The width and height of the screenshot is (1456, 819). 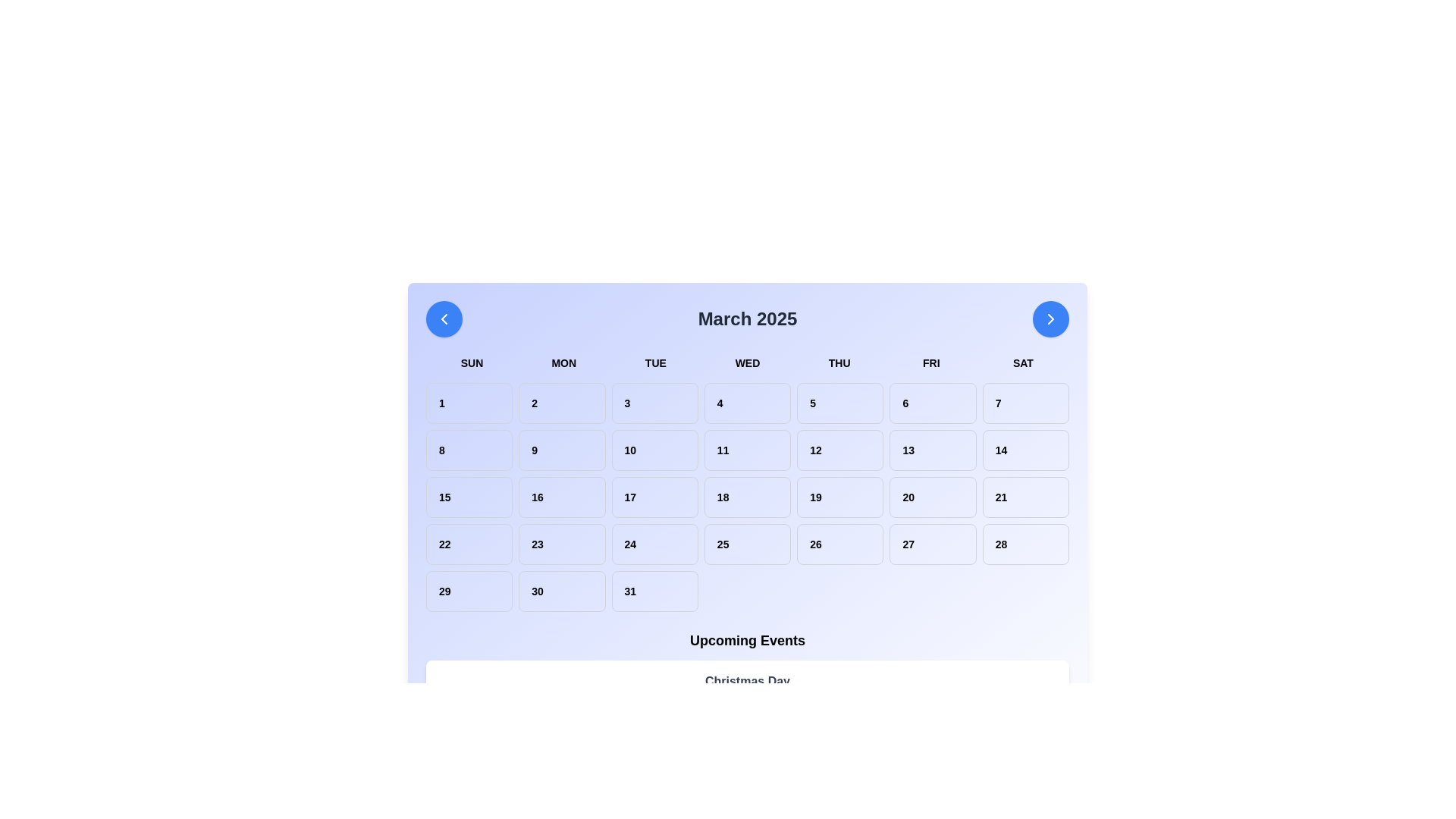 What do you see at coordinates (747, 497) in the screenshot?
I see `the interactive calendar date cell located in the second row and fourth column of the calendar grid` at bounding box center [747, 497].